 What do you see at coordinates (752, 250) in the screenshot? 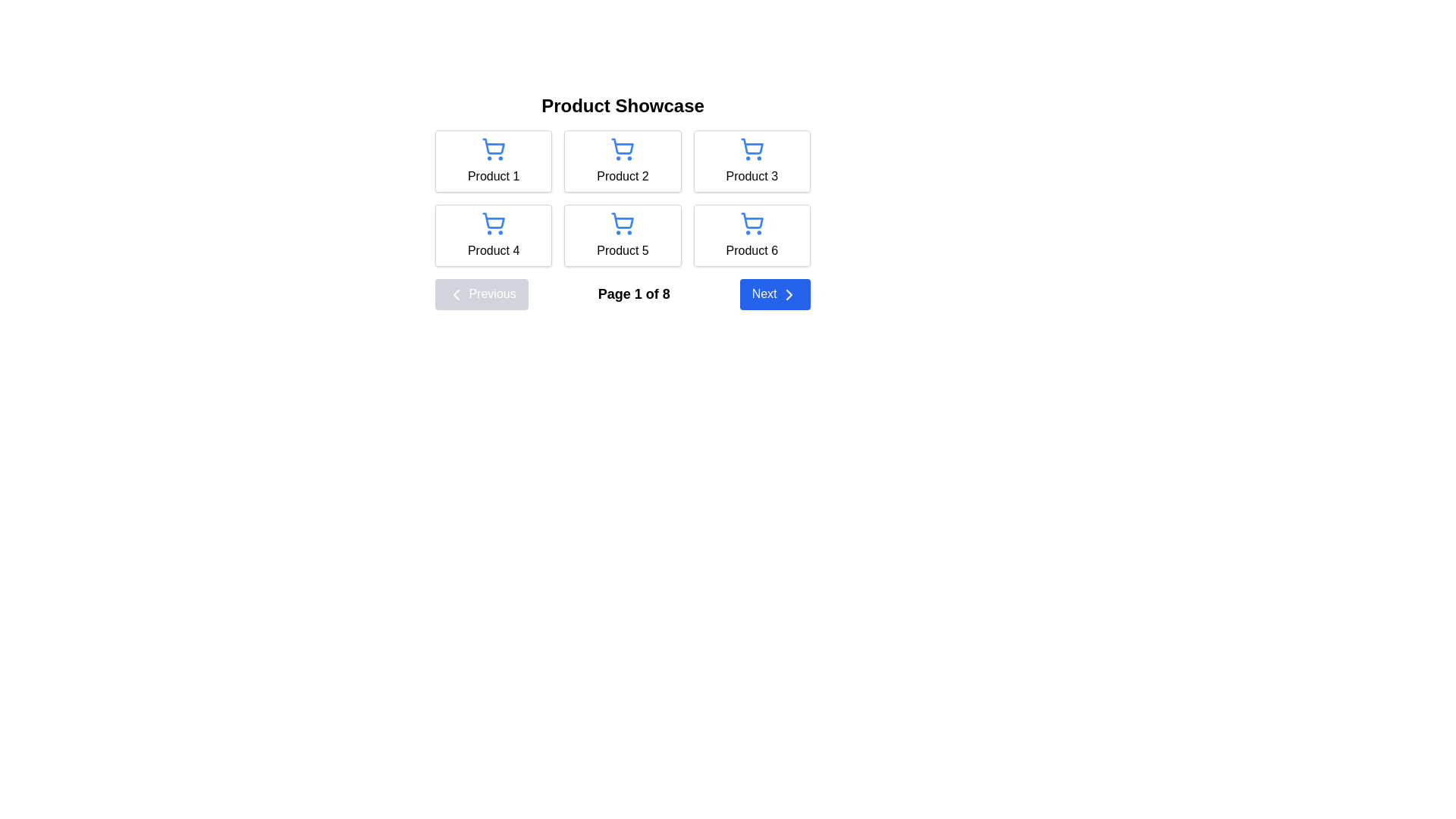
I see `text label displaying 'Product 6' located at the bottom center of the sixth card in the grid layout, underneath a shopping cart icon` at bounding box center [752, 250].